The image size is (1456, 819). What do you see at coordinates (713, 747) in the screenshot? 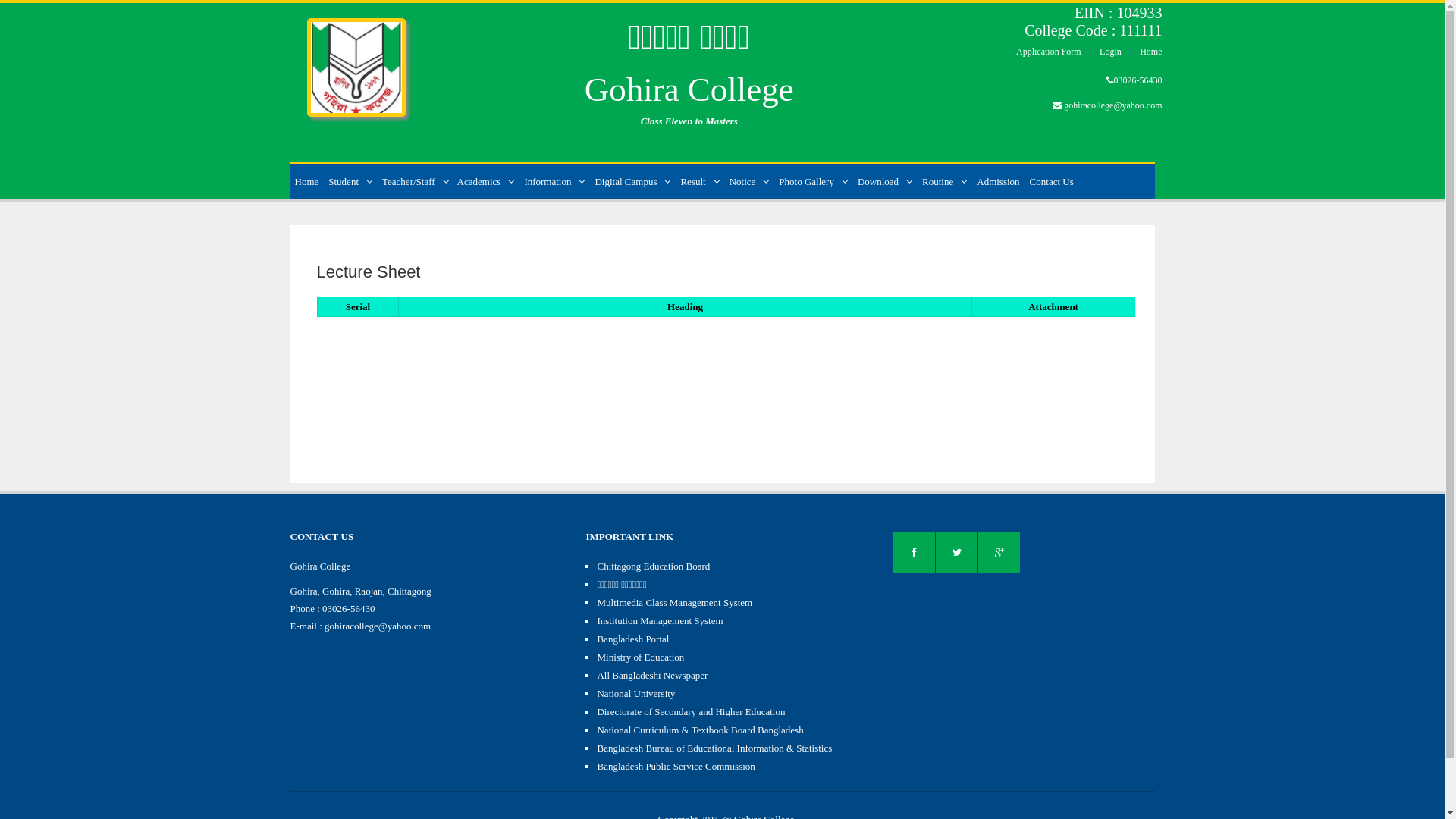
I see `'Bangladesh Bureau of Educational Information & Statistics'` at bounding box center [713, 747].